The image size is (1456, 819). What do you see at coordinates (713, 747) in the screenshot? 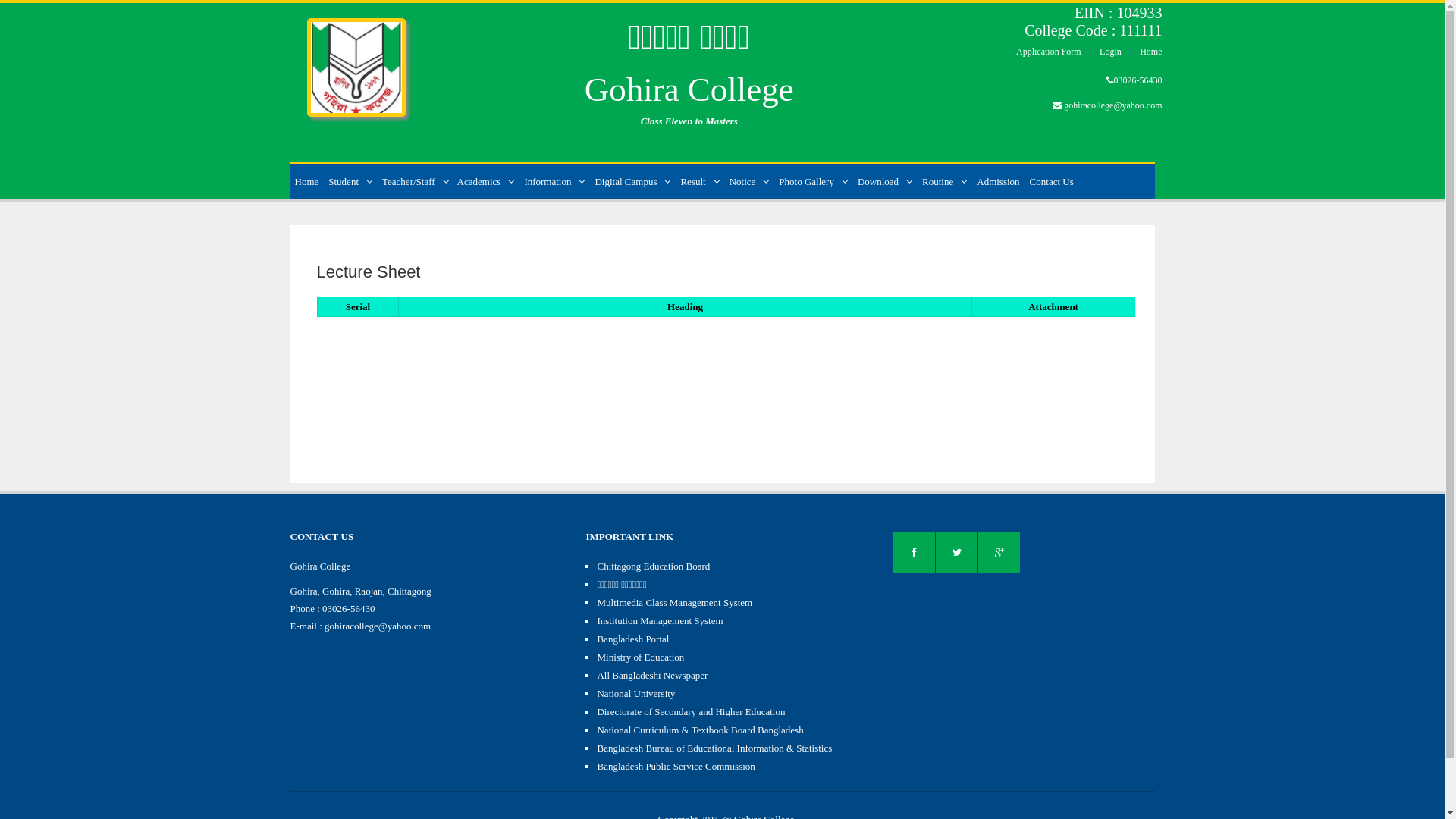
I see `'Bangladesh Bureau of Educational Information & Statistics'` at bounding box center [713, 747].